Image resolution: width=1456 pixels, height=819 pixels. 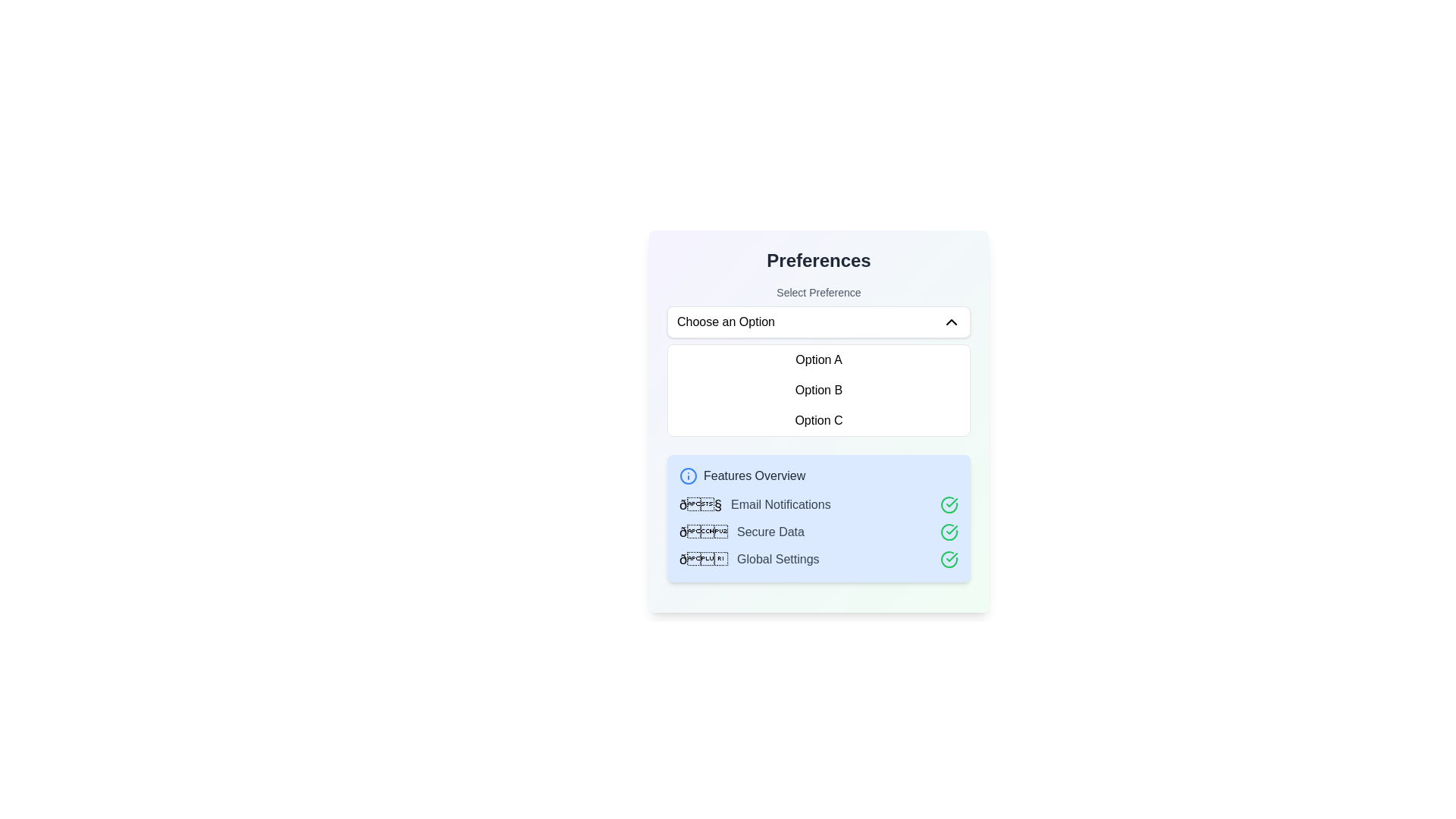 What do you see at coordinates (687, 475) in the screenshot?
I see `the icon located to the left of the 'Features Overview' text` at bounding box center [687, 475].